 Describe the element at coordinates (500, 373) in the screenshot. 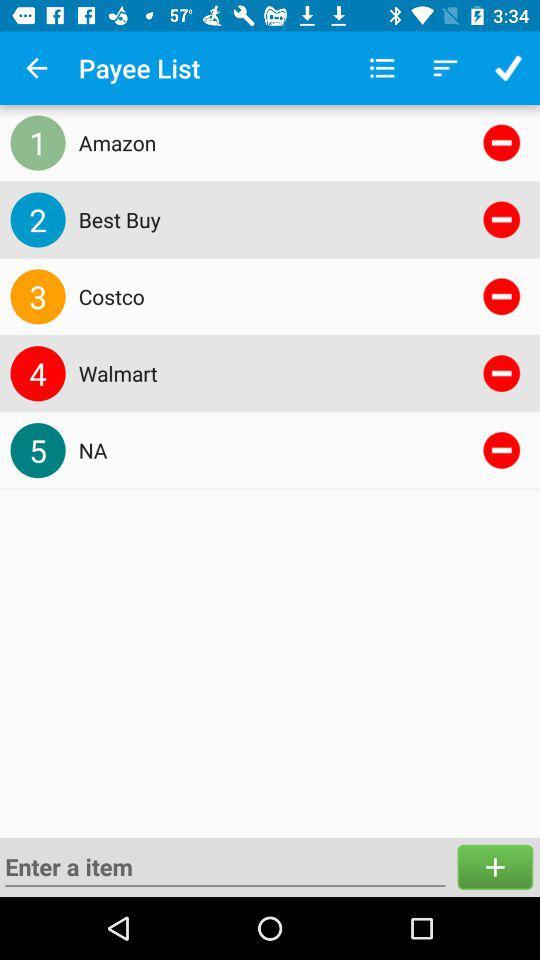

I see `minus symbol which is next to walmart` at that location.